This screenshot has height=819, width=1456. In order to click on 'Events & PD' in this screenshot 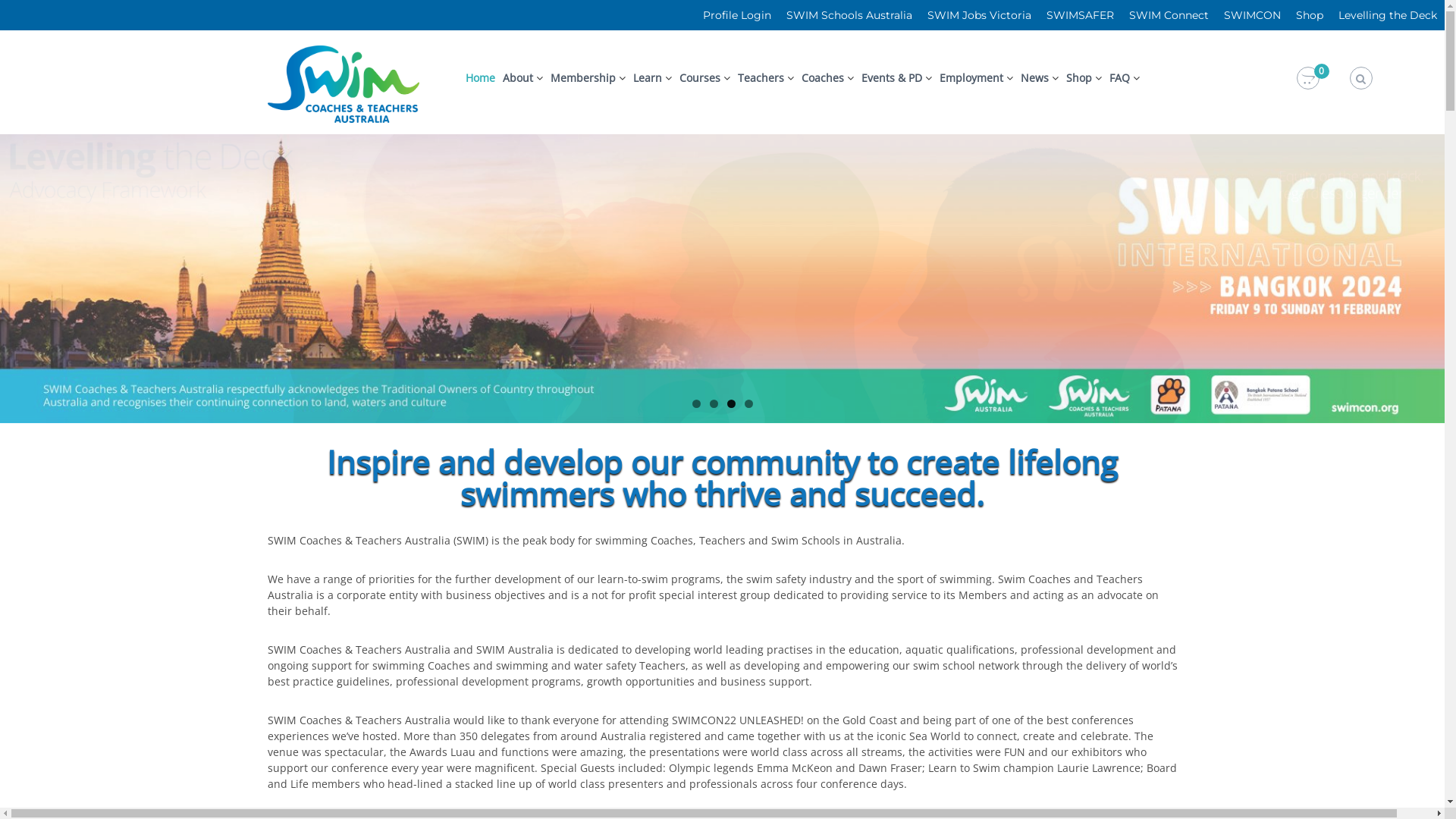, I will do `click(861, 77)`.